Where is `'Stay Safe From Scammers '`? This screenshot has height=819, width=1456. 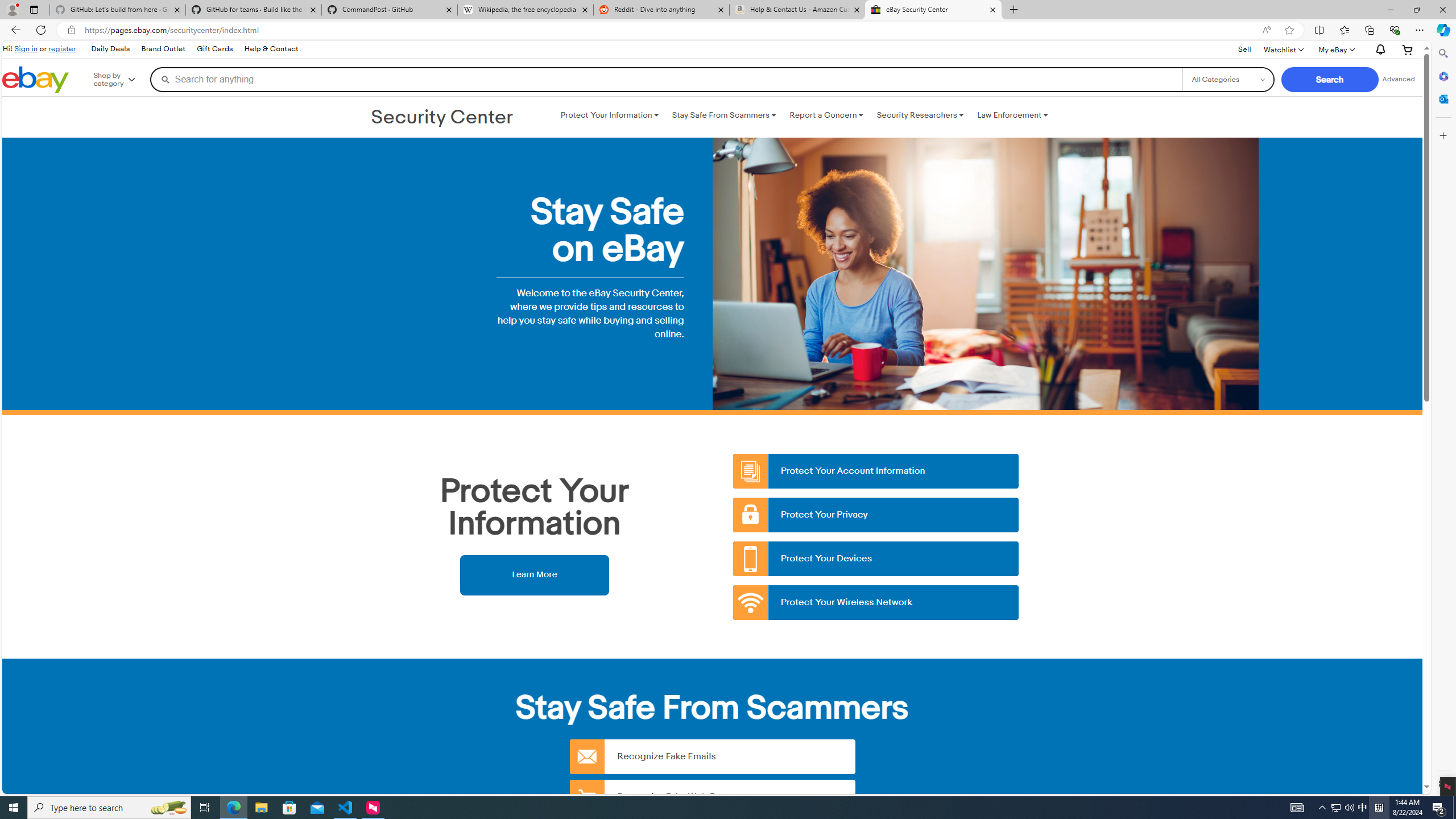
'Stay Safe From Scammers ' is located at coordinates (723, 115).